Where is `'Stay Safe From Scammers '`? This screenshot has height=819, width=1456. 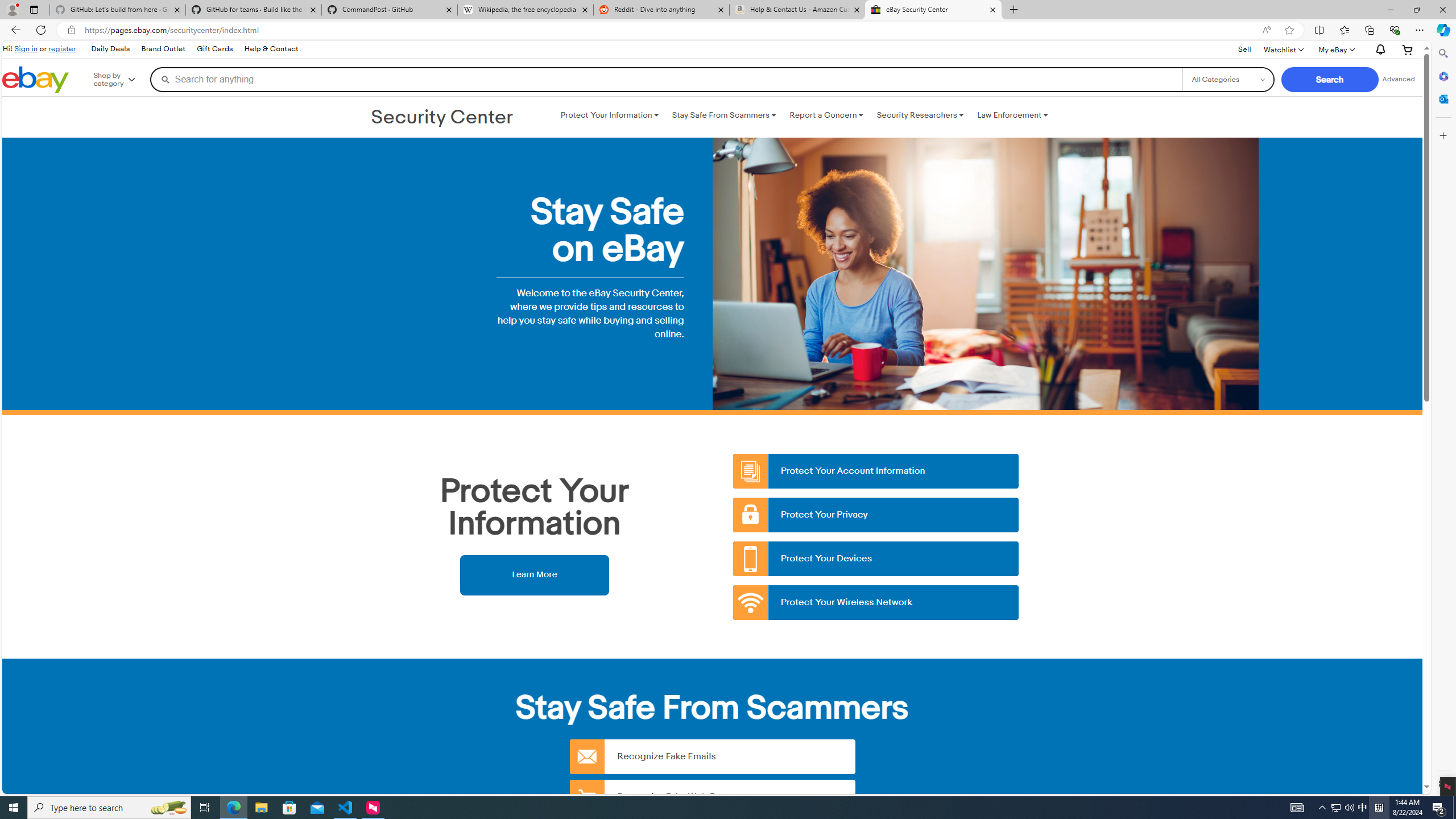
'Stay Safe From Scammers ' is located at coordinates (723, 115).